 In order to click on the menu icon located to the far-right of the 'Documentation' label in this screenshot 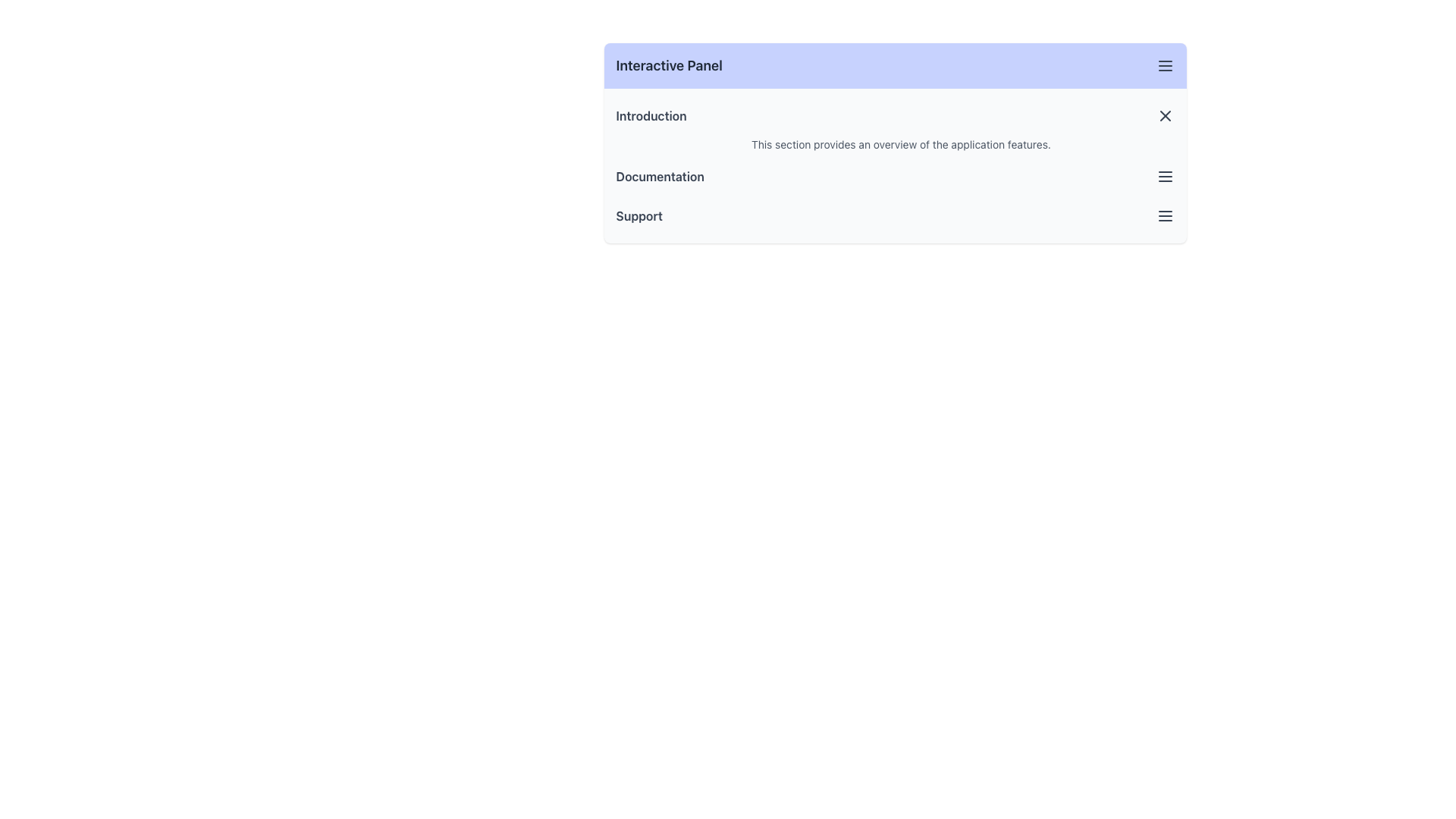, I will do `click(1164, 175)`.